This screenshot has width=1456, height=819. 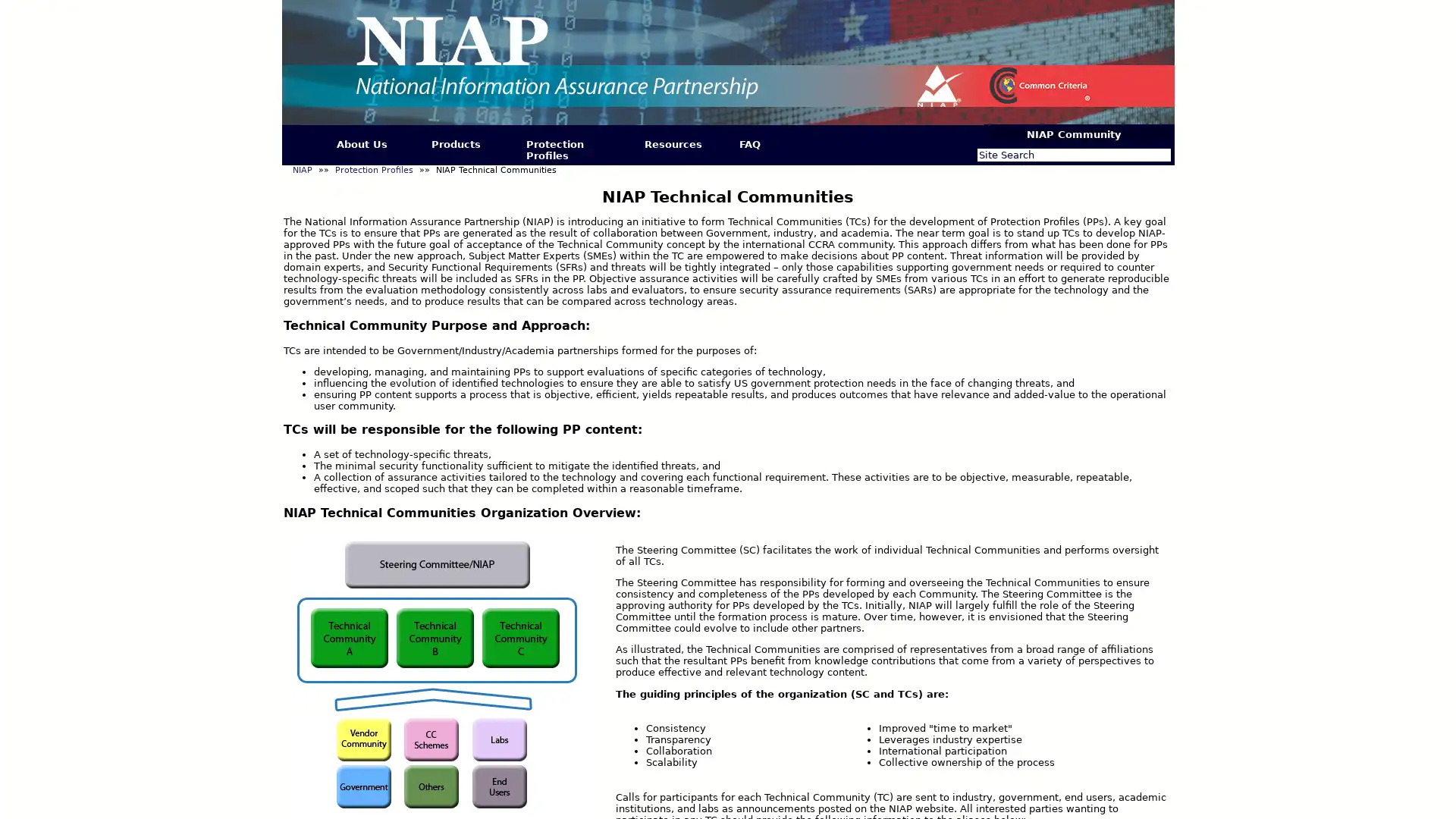 I want to click on NIAP Community, so click(x=1078, y=133).